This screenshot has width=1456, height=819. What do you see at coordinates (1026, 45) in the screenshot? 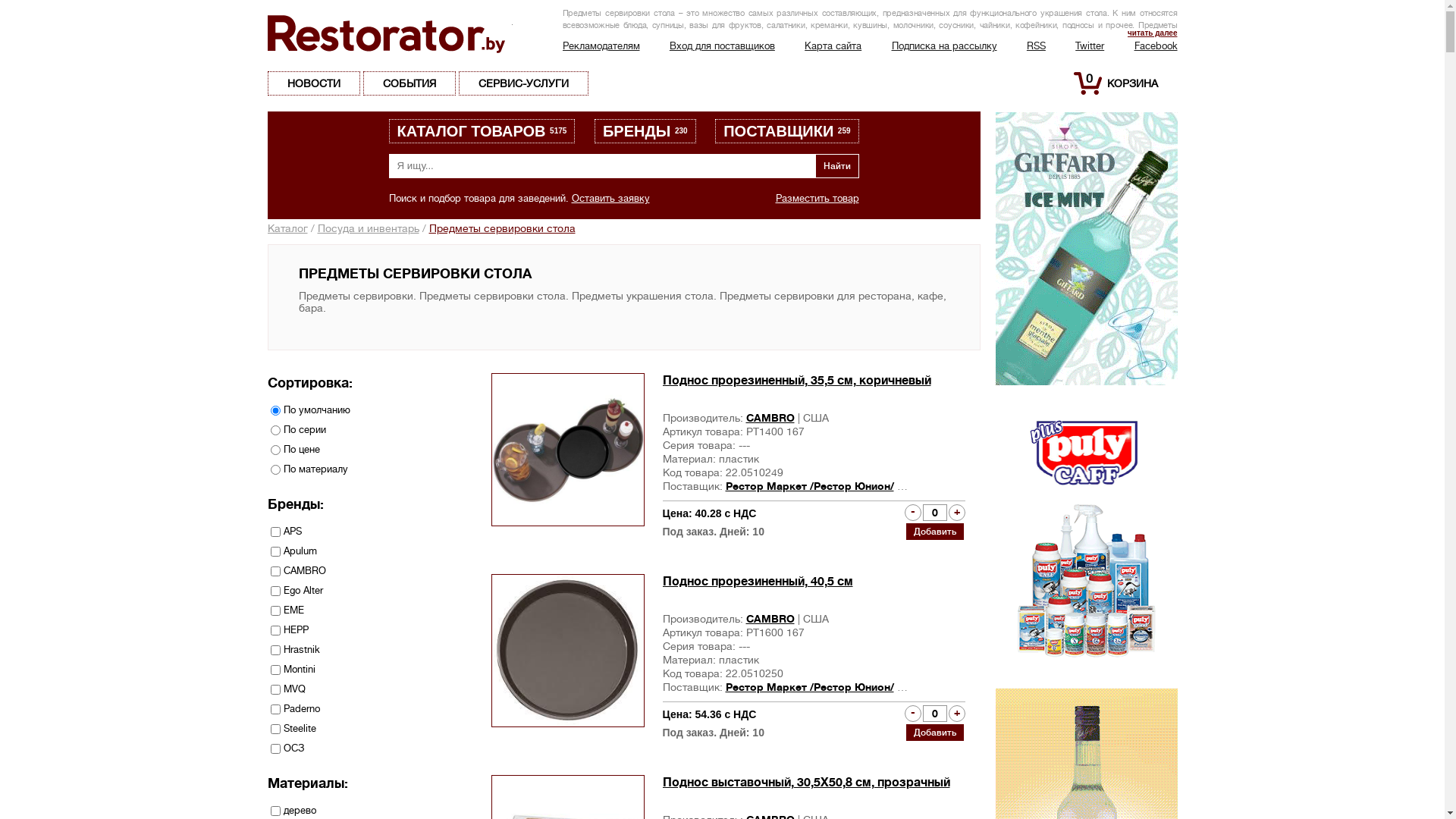
I see `'RSS'` at bounding box center [1026, 45].